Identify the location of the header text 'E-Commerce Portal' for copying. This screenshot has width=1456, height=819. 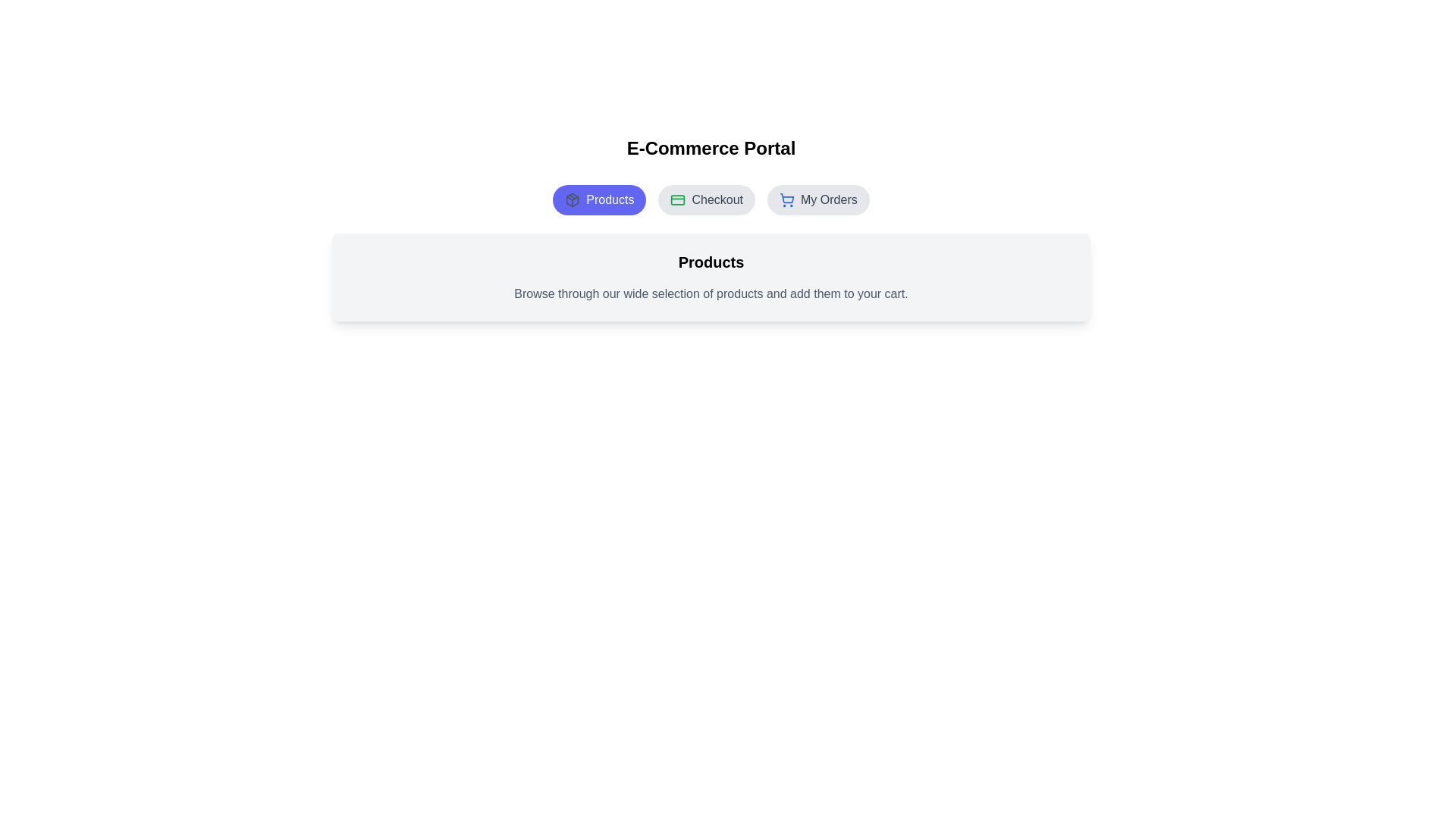
(710, 149).